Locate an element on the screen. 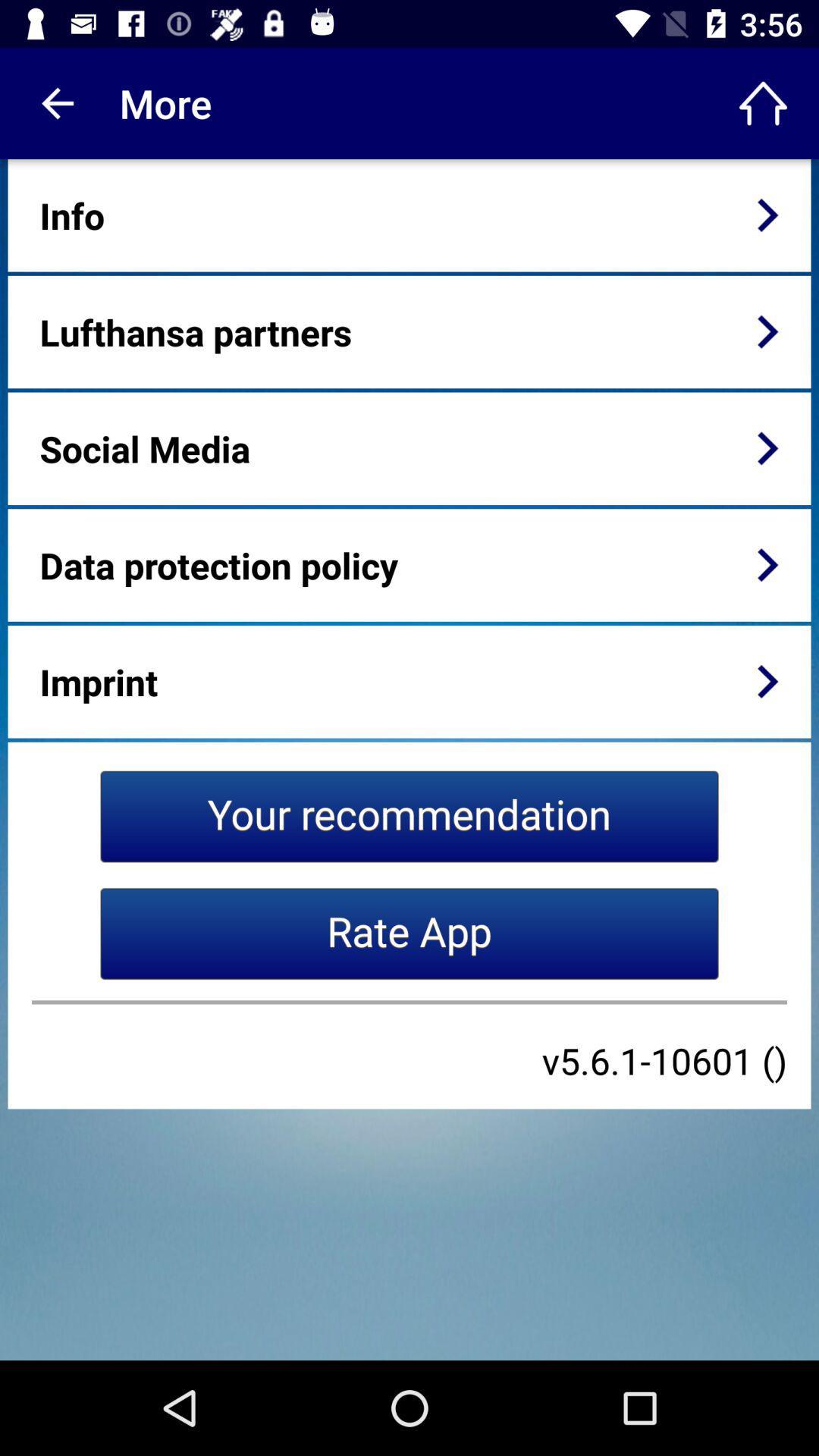 The width and height of the screenshot is (819, 1456). the imprint icon is located at coordinates (99, 681).